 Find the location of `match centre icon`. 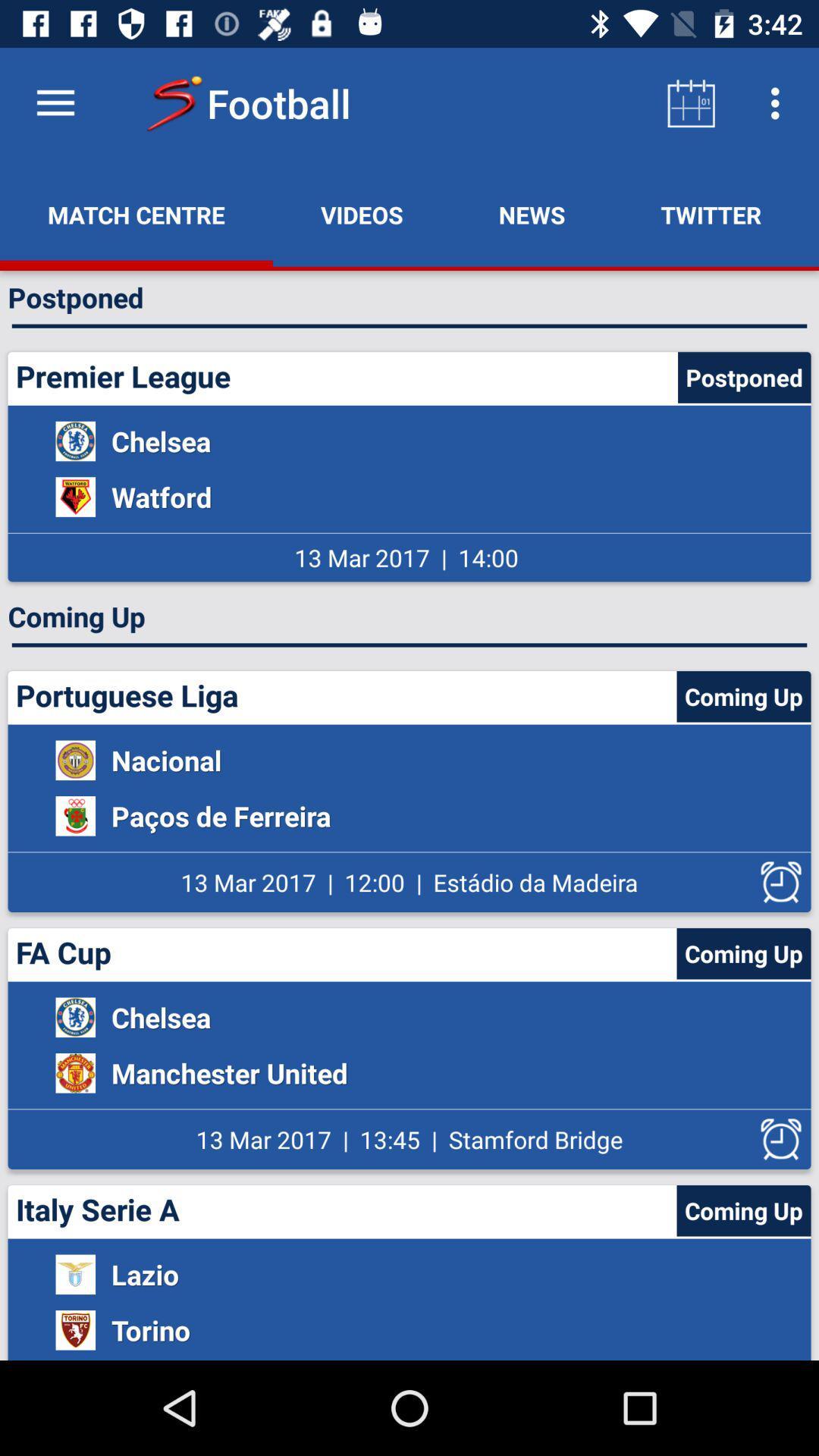

match centre icon is located at coordinates (136, 214).